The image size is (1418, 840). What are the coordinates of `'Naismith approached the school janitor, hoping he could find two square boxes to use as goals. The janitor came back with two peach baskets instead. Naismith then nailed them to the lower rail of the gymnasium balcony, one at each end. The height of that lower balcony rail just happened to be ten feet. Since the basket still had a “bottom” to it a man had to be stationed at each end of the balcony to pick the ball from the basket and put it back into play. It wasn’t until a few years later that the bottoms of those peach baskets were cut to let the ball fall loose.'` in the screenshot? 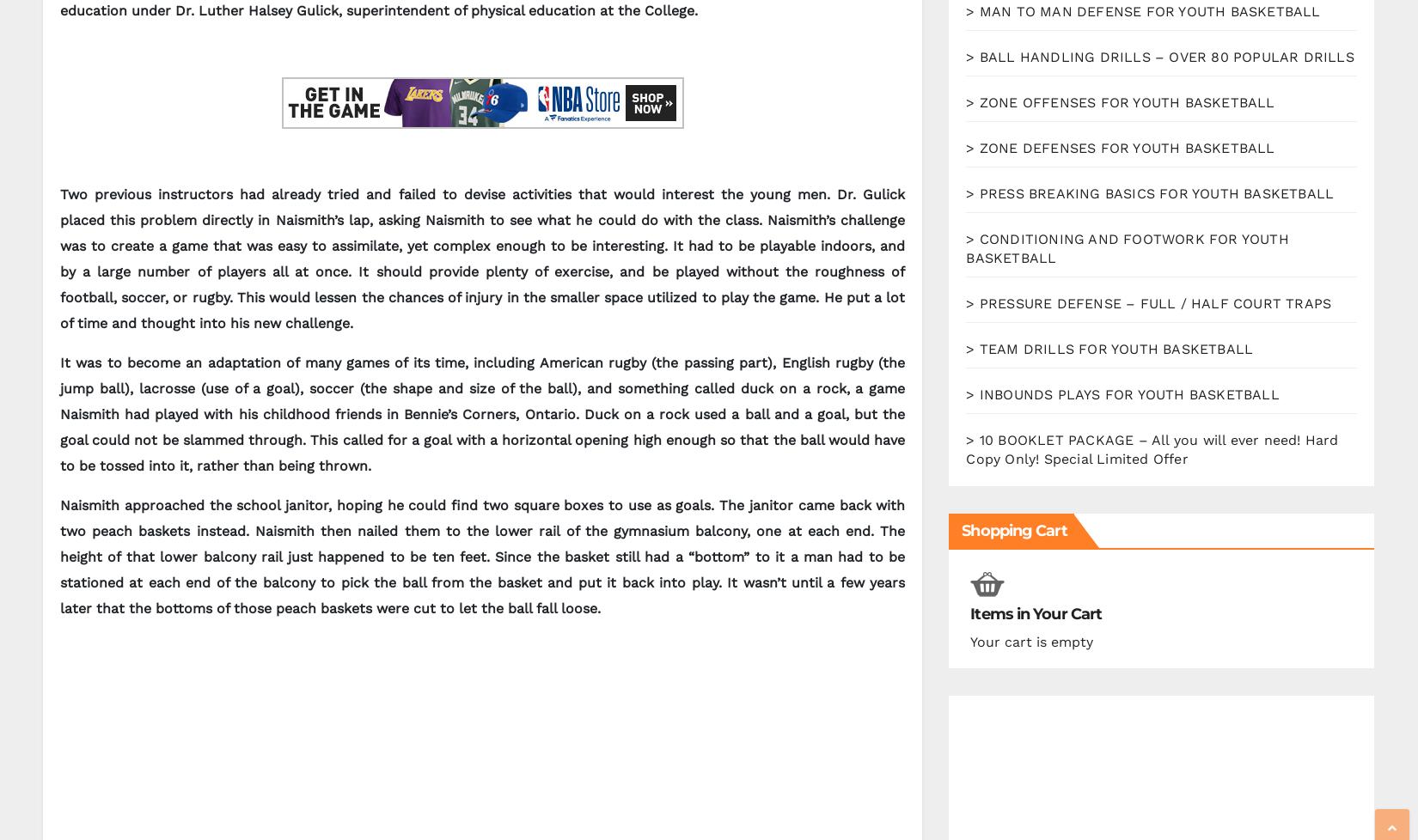 It's located at (481, 557).